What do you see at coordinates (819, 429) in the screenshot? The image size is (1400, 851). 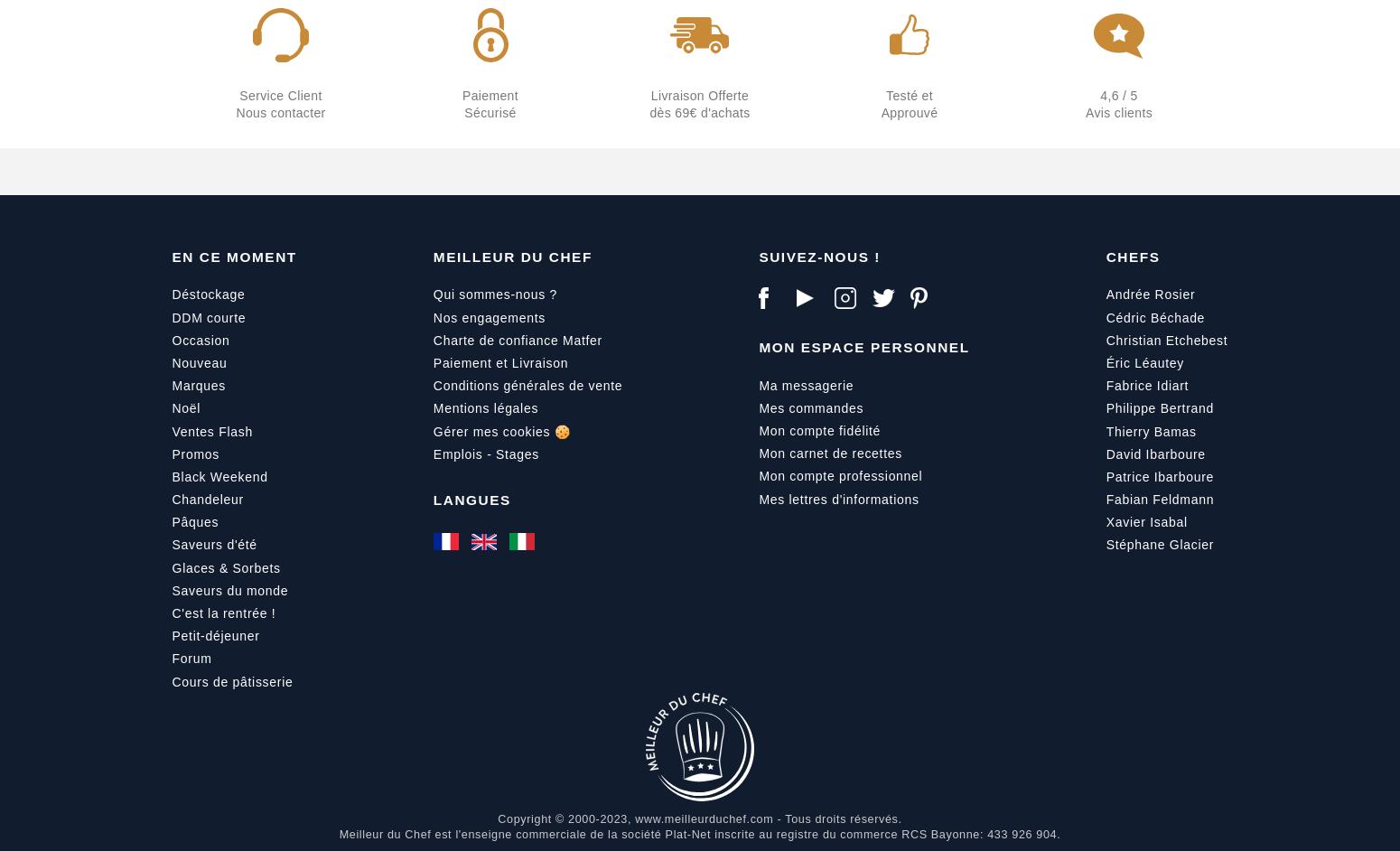 I see `'Mon compte fidélité'` at bounding box center [819, 429].